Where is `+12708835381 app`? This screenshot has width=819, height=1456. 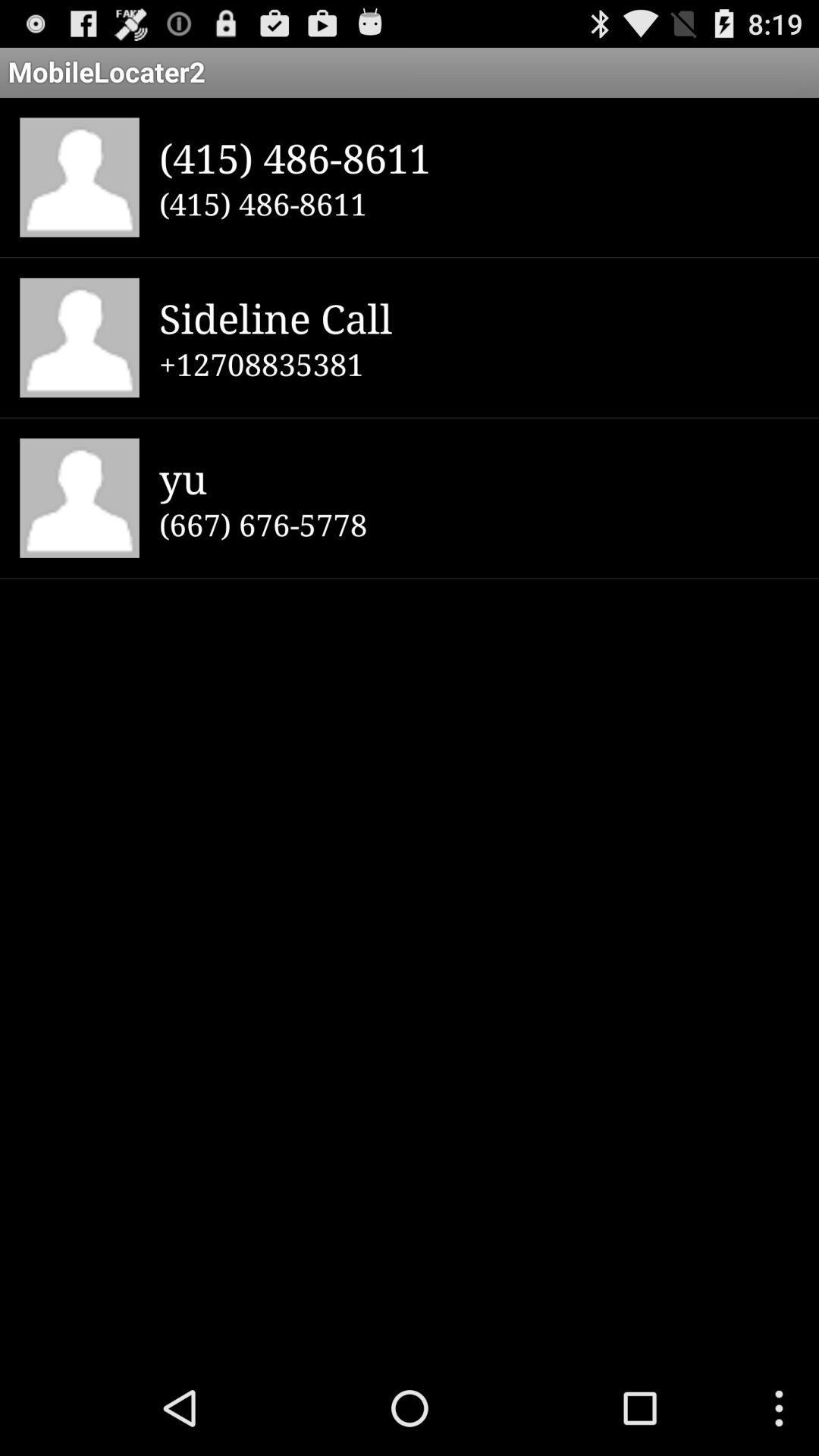 +12708835381 app is located at coordinates (479, 364).